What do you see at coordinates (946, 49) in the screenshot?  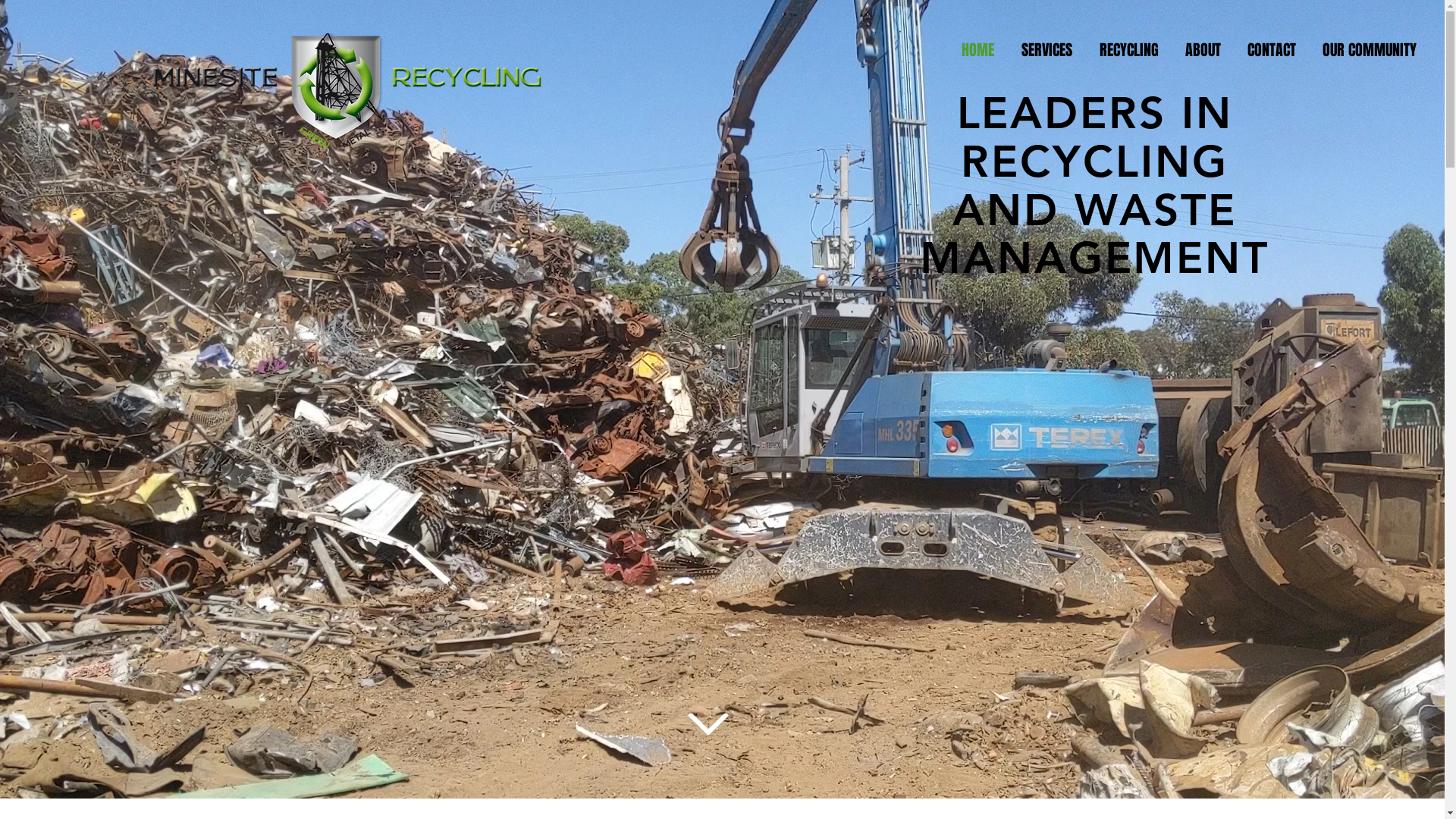 I see `'HOME'` at bounding box center [946, 49].